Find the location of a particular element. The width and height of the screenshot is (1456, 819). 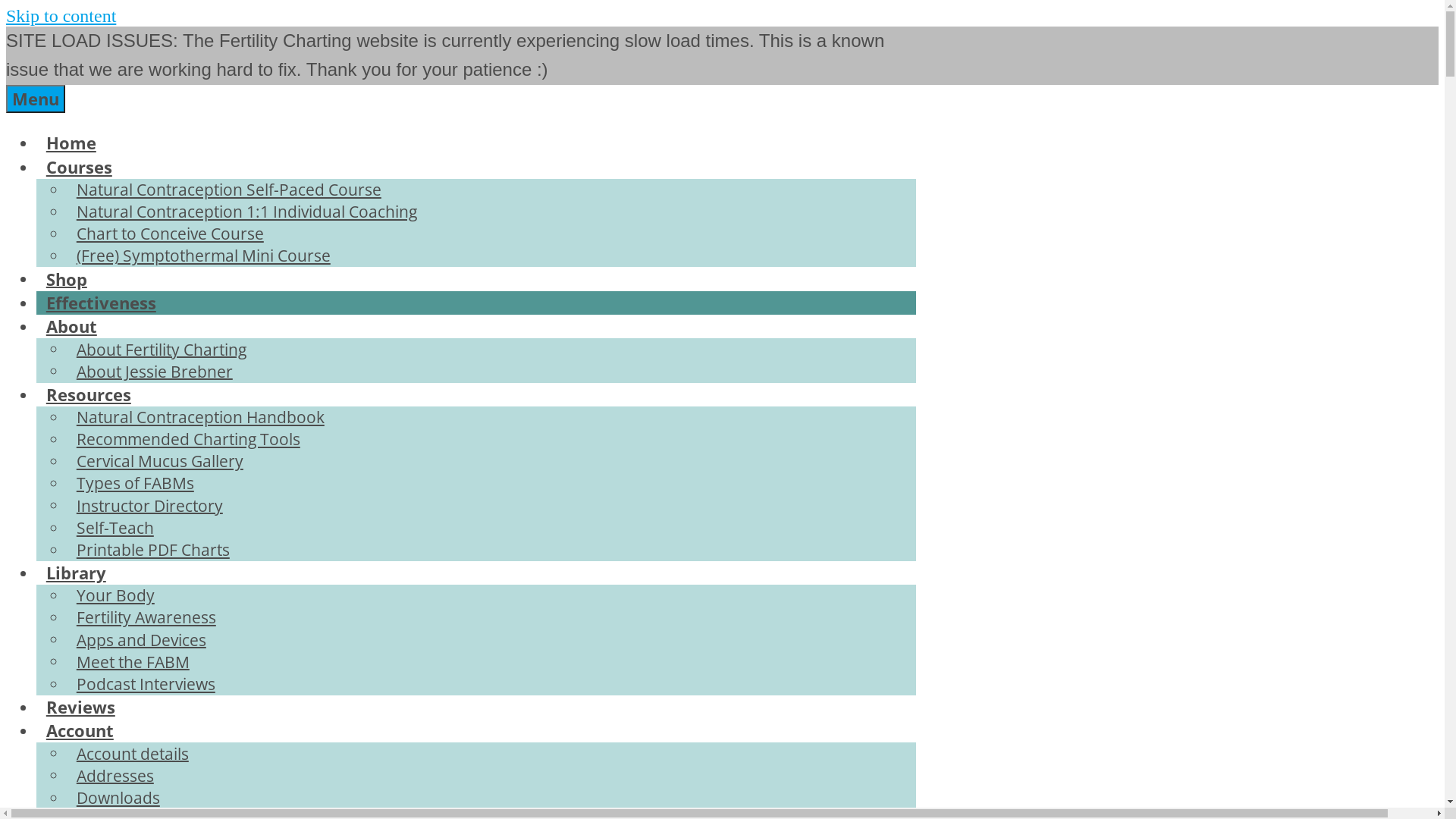

'Printable PDF Charts' is located at coordinates (152, 550).